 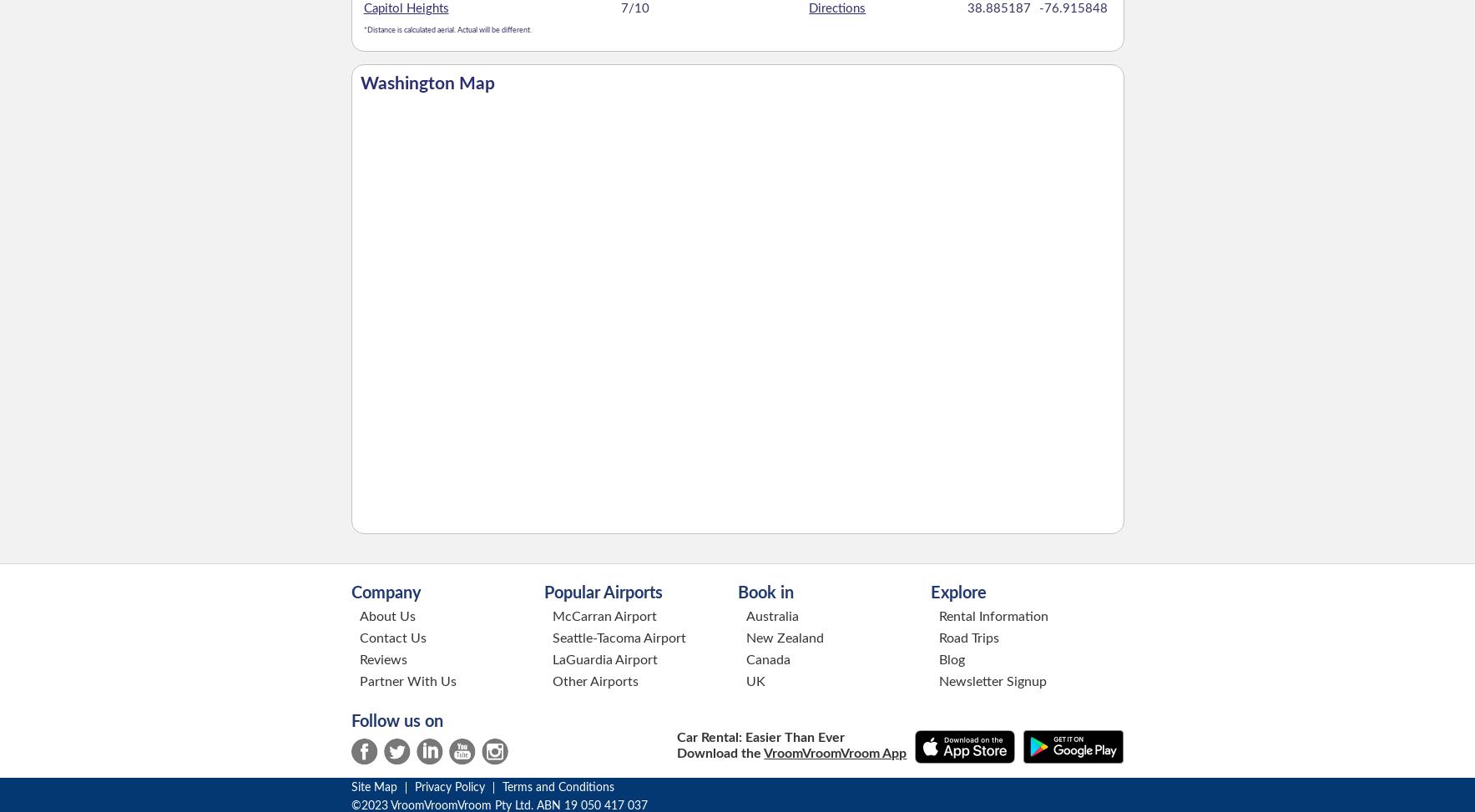 I want to click on 'Newsletter Signup', so click(x=992, y=679).